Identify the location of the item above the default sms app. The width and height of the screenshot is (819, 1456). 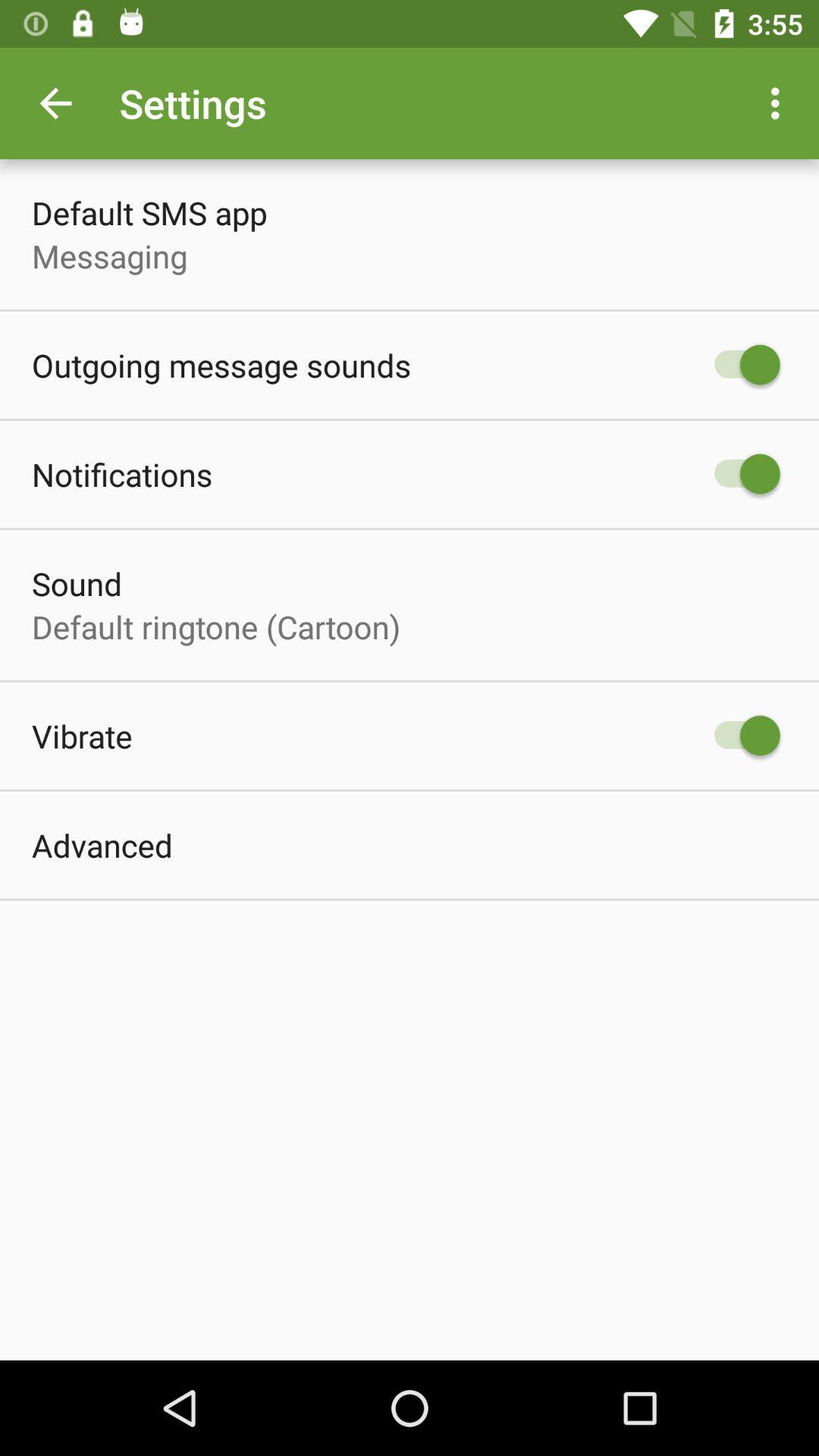
(55, 102).